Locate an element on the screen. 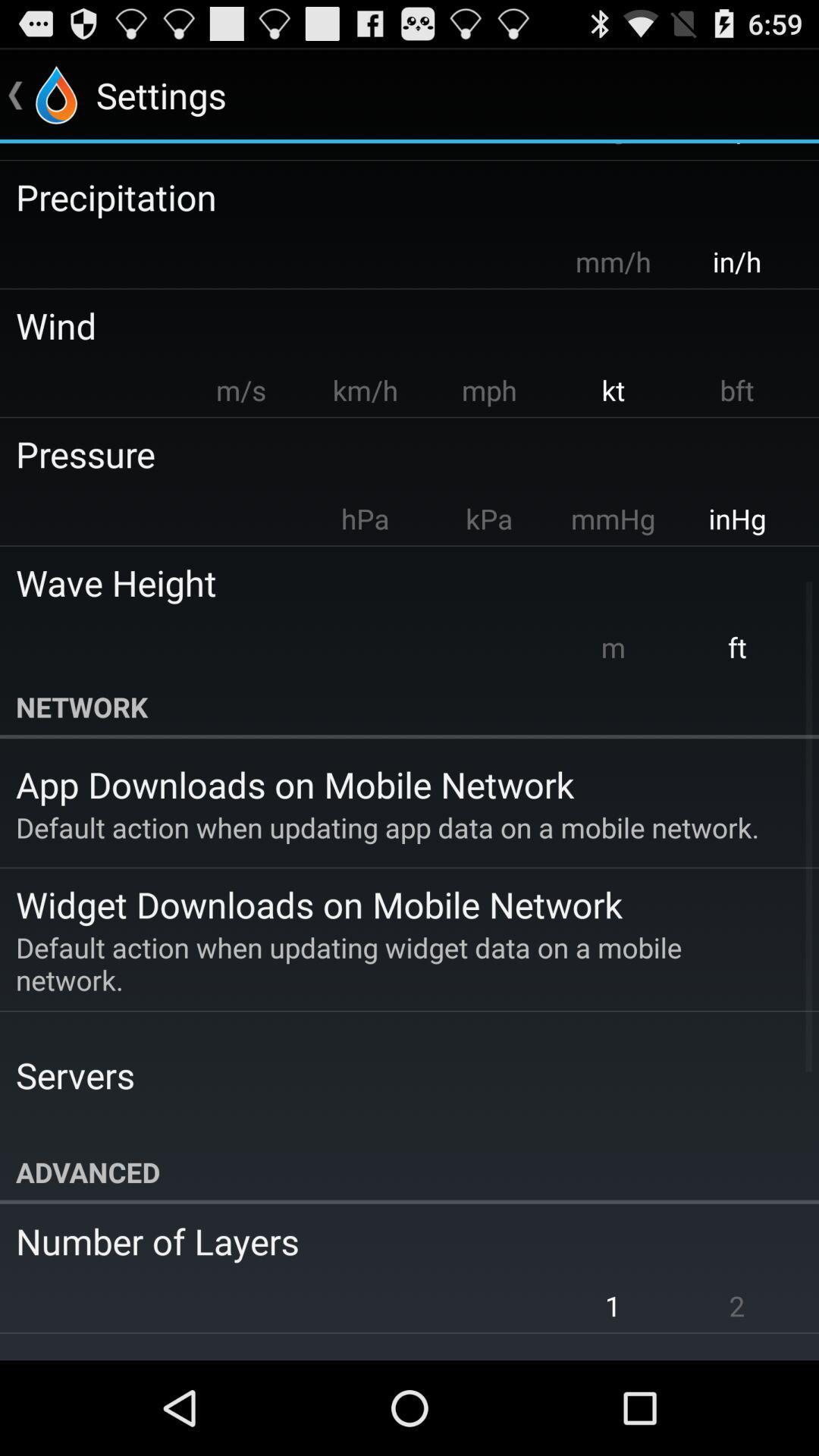 The image size is (819, 1456). app above the wave height is located at coordinates (736, 519).